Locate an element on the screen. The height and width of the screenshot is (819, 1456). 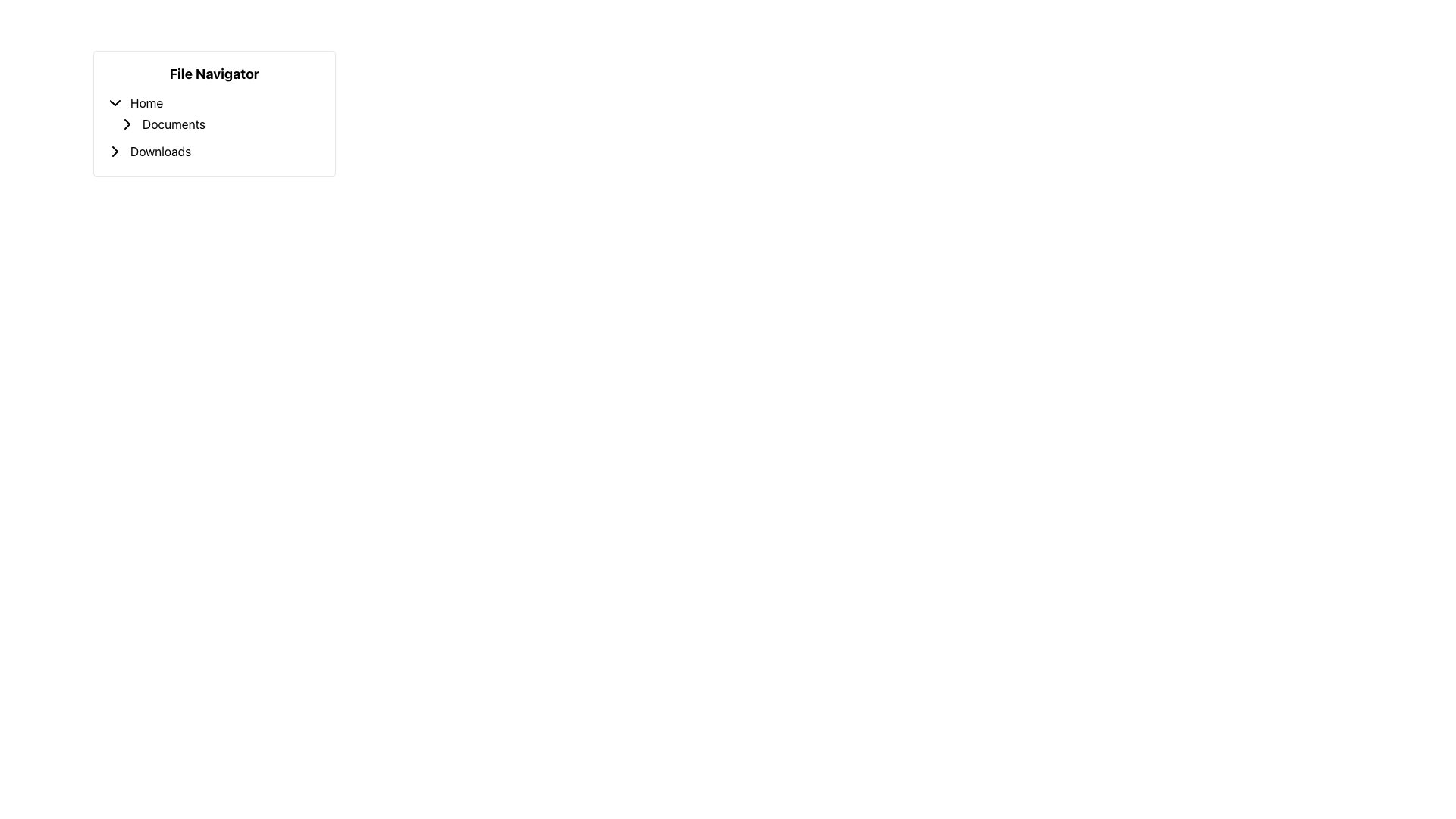
the navigational item labeled 'Downloads' located in the file explorer interface is located at coordinates (214, 152).